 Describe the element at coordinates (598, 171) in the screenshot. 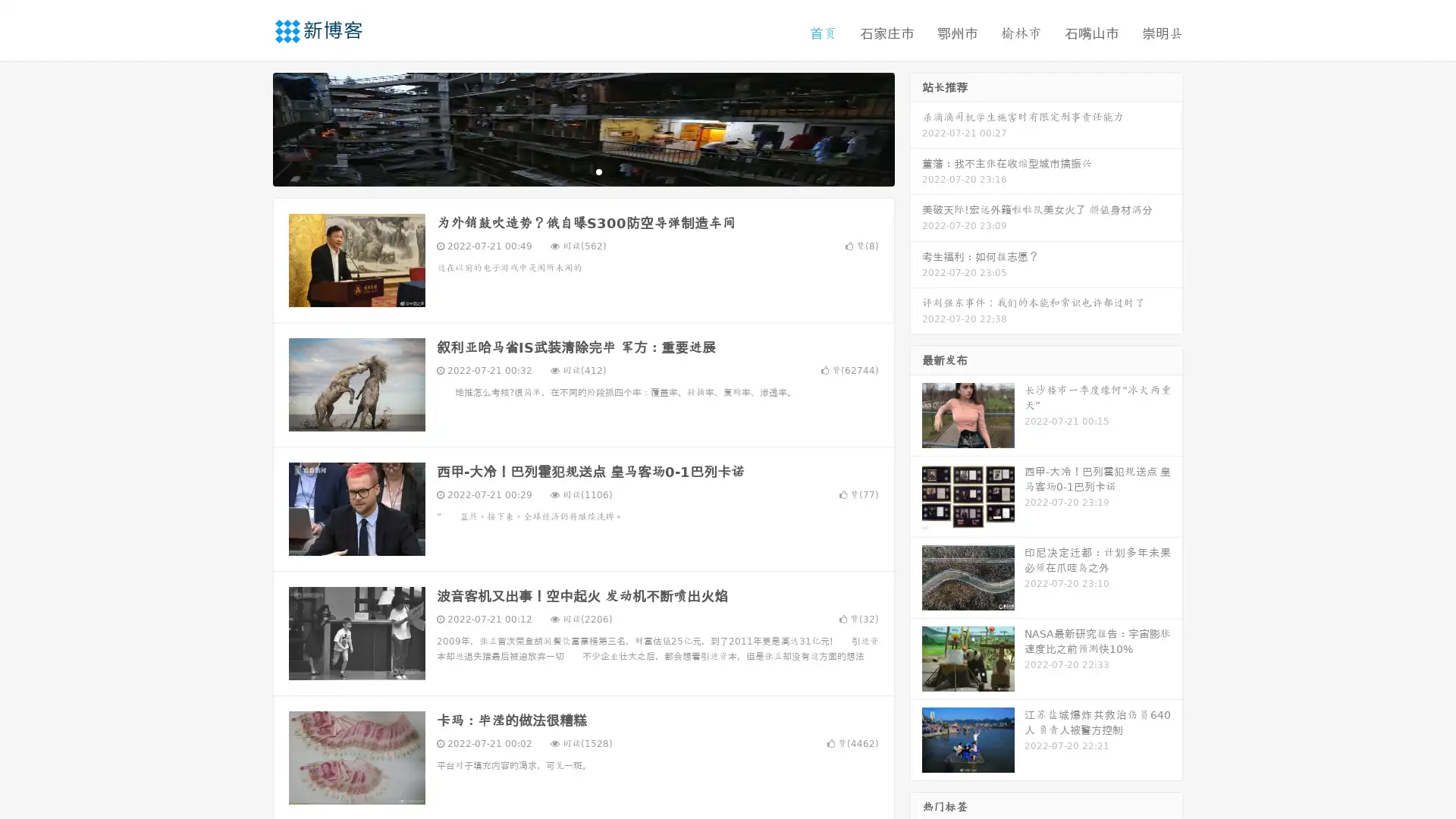

I see `Go to slide 3` at that location.